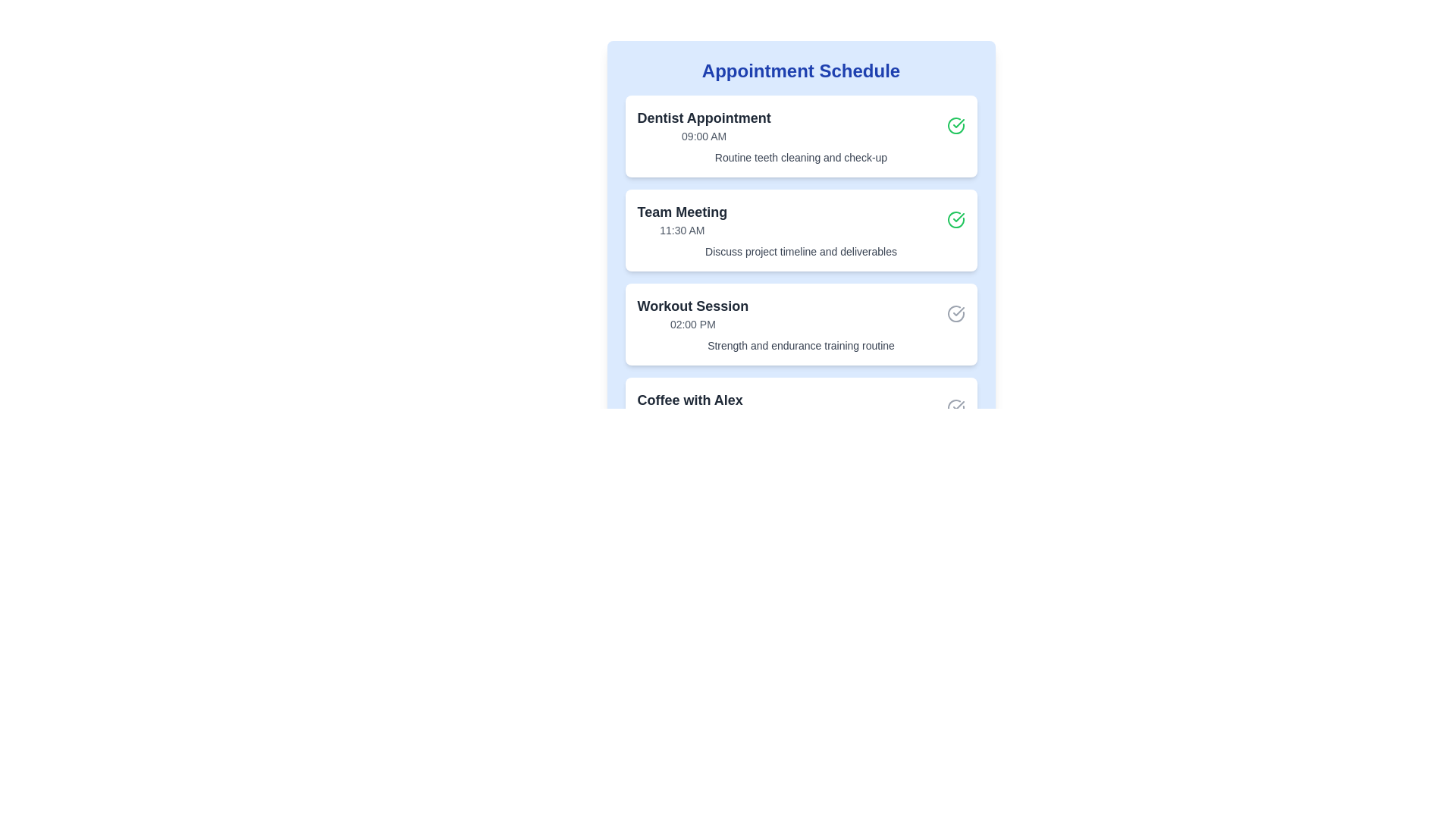 This screenshot has height=819, width=1456. What do you see at coordinates (800, 124) in the screenshot?
I see `information displayed in the informational block for 'Dentist Appointment' scheduled at 09:00 AM, located at the top of the 'Appointment Schedule' list` at bounding box center [800, 124].